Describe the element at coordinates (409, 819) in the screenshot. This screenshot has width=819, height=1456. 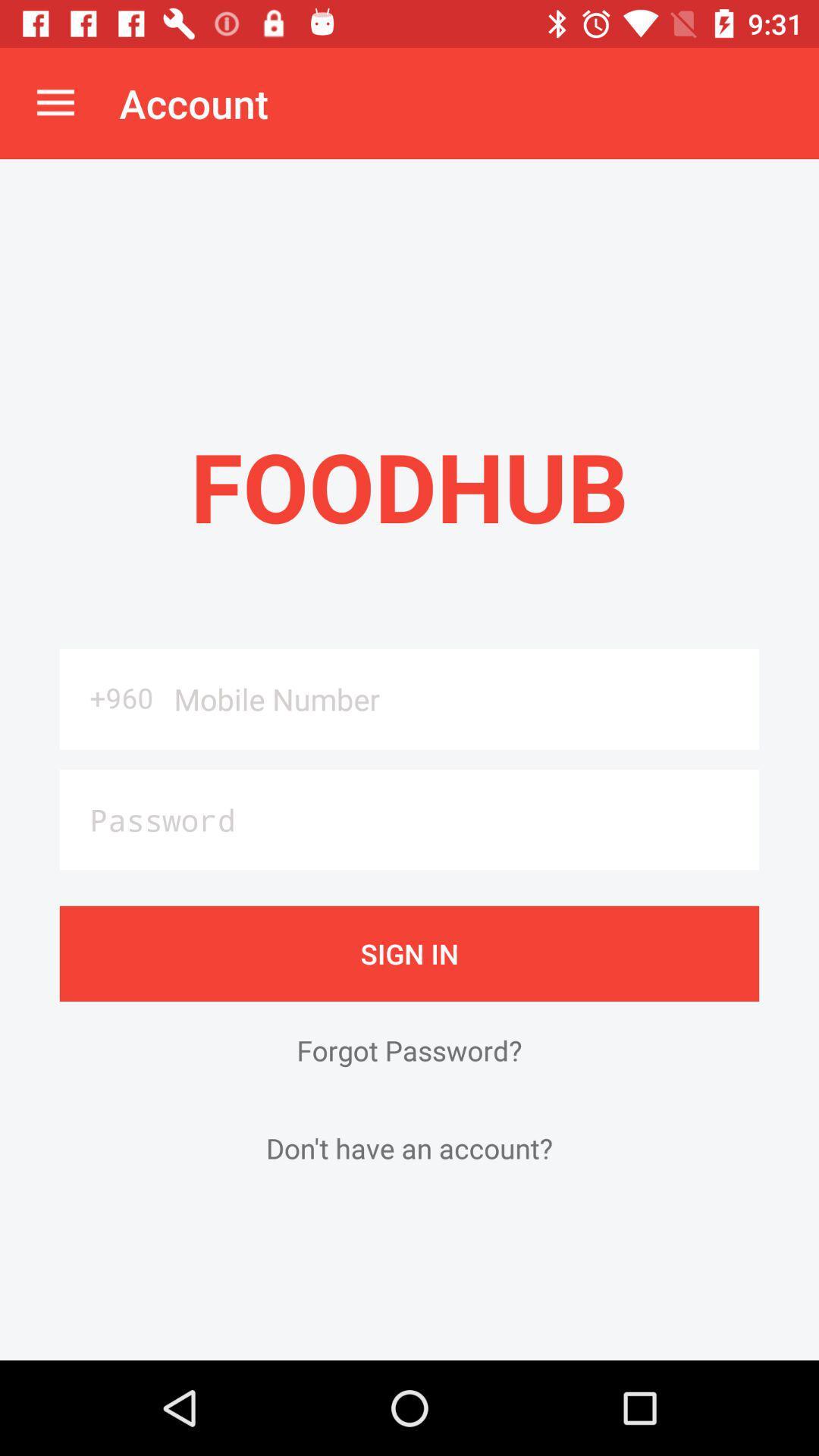
I see `your password` at that location.